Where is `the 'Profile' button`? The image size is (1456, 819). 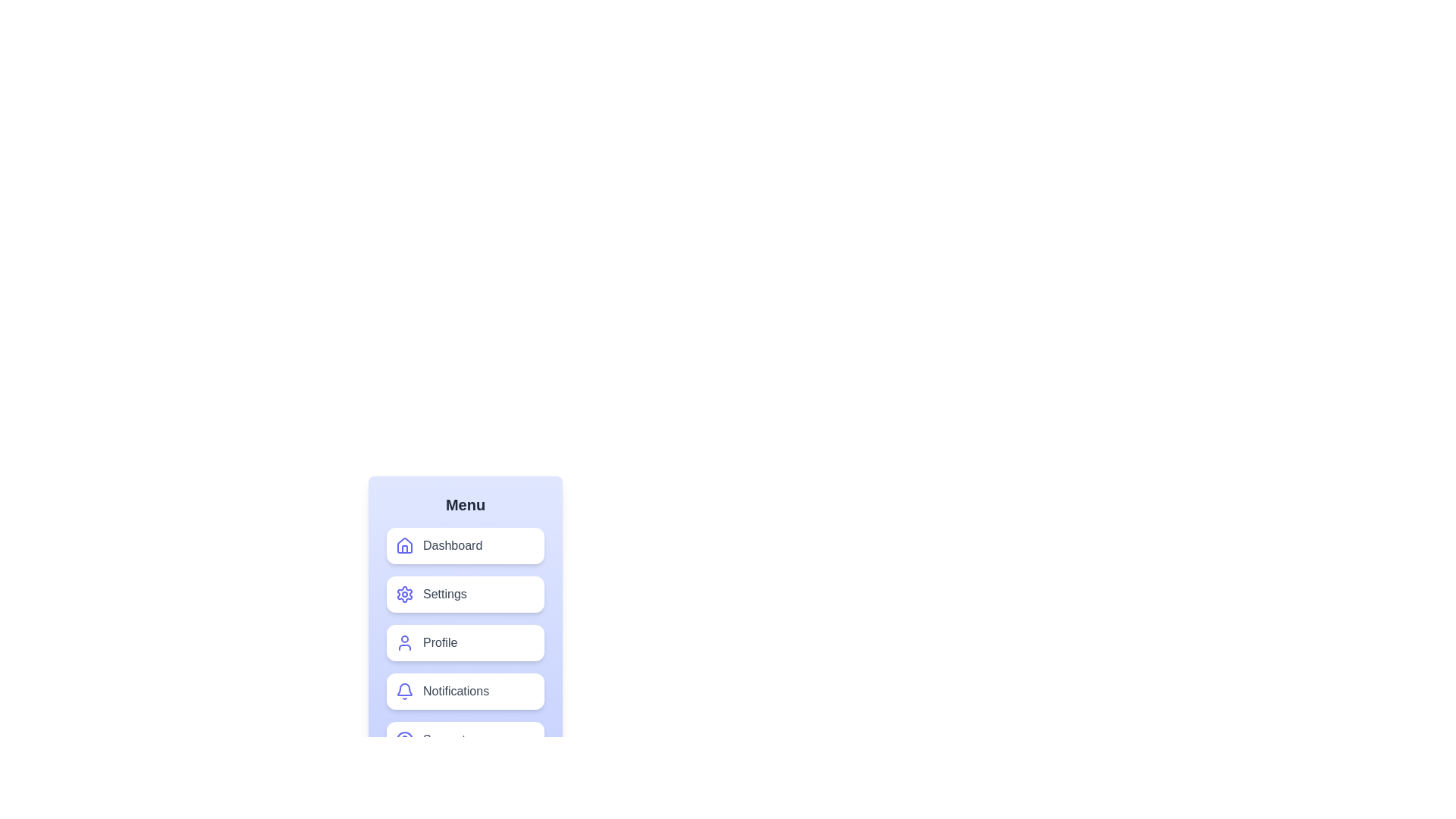
the 'Profile' button is located at coordinates (465, 626).